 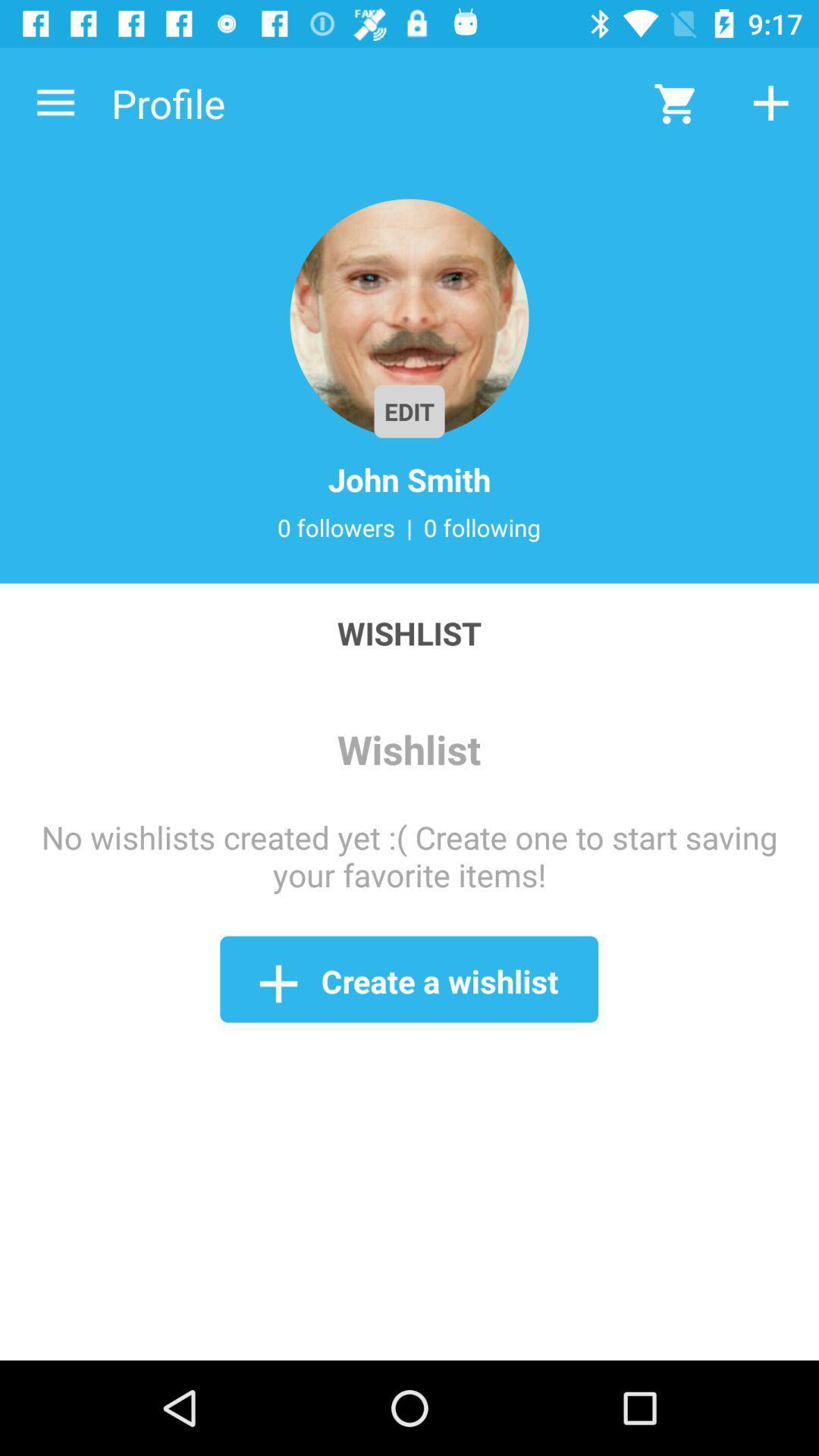 What do you see at coordinates (55, 102) in the screenshot?
I see `the icon to the left of the profile` at bounding box center [55, 102].